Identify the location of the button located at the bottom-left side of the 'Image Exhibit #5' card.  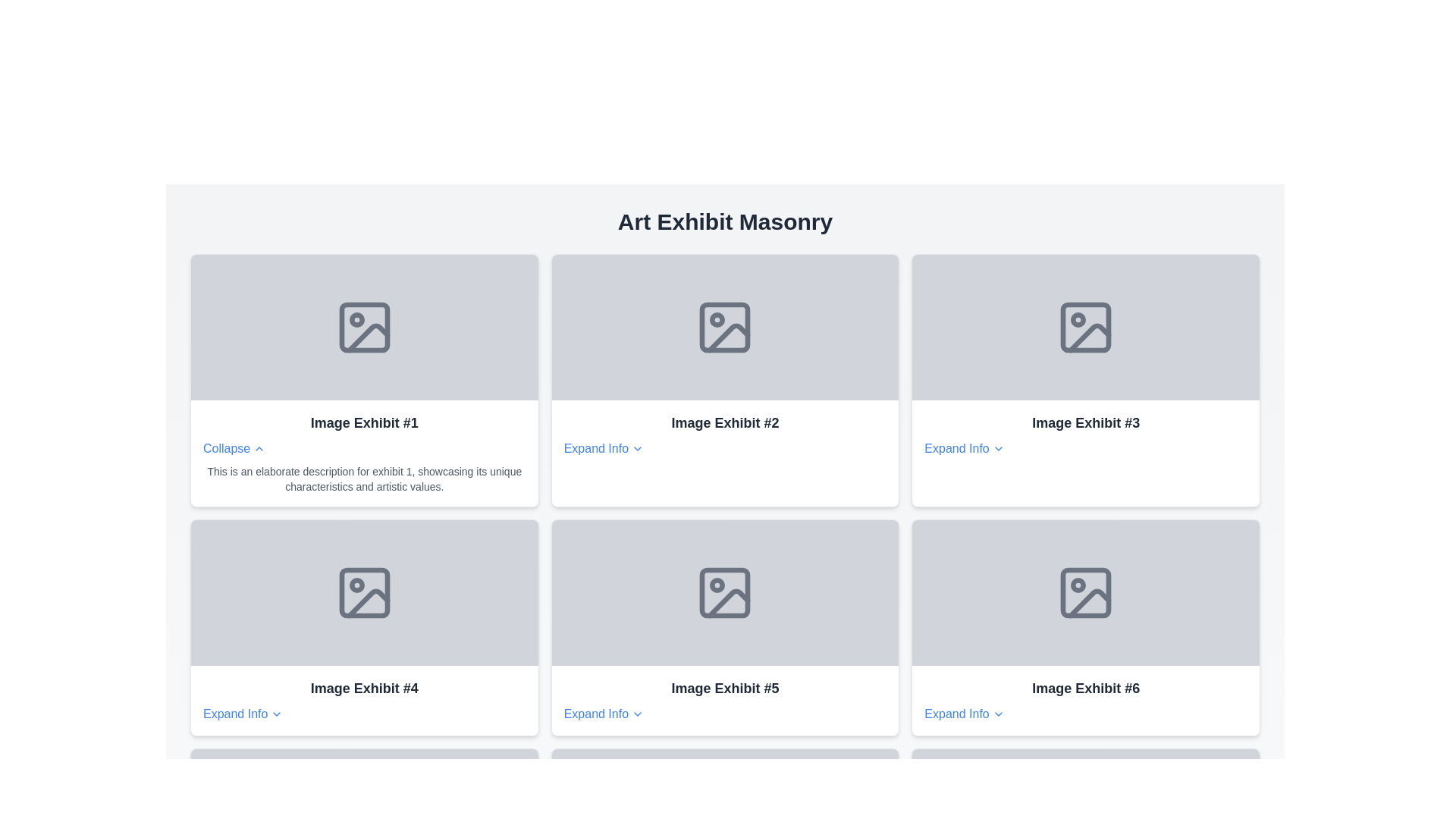
(603, 714).